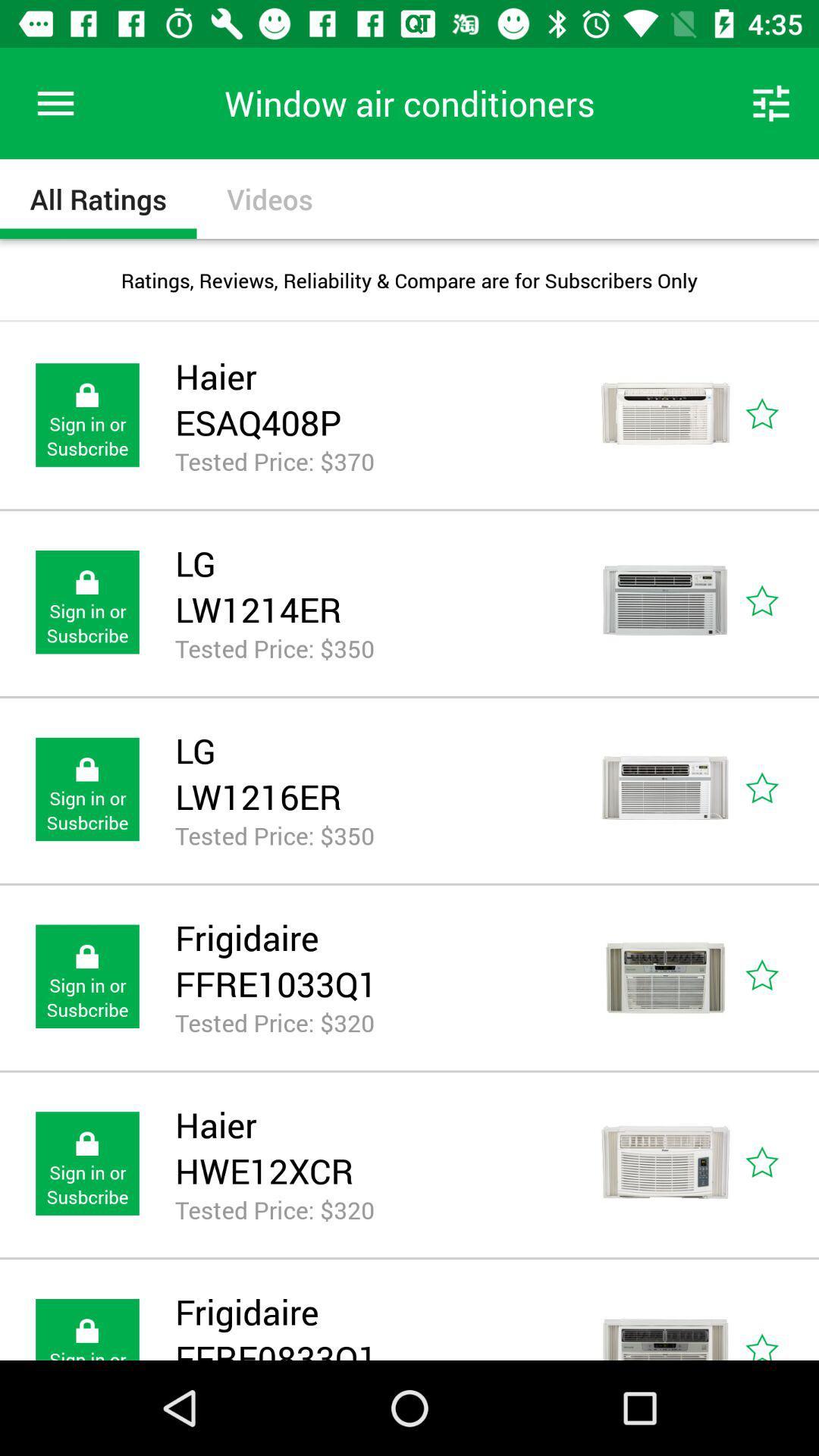  Describe the element at coordinates (55, 102) in the screenshot. I see `icon to the left of window air conditioners` at that location.